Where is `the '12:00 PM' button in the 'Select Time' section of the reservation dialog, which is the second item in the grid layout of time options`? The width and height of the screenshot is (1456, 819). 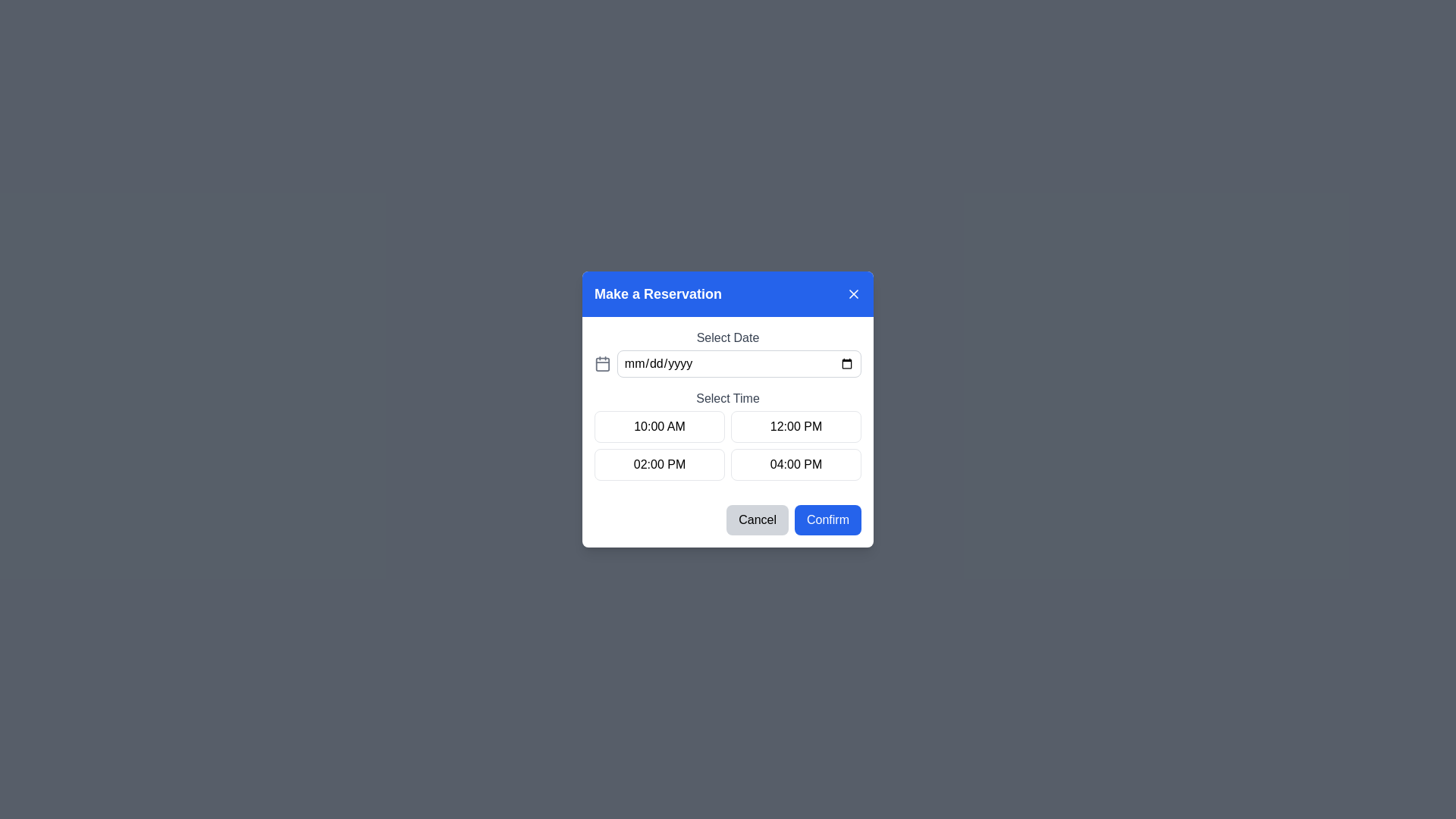
the '12:00 PM' button in the 'Select Time' section of the reservation dialog, which is the second item in the grid layout of time options is located at coordinates (795, 427).